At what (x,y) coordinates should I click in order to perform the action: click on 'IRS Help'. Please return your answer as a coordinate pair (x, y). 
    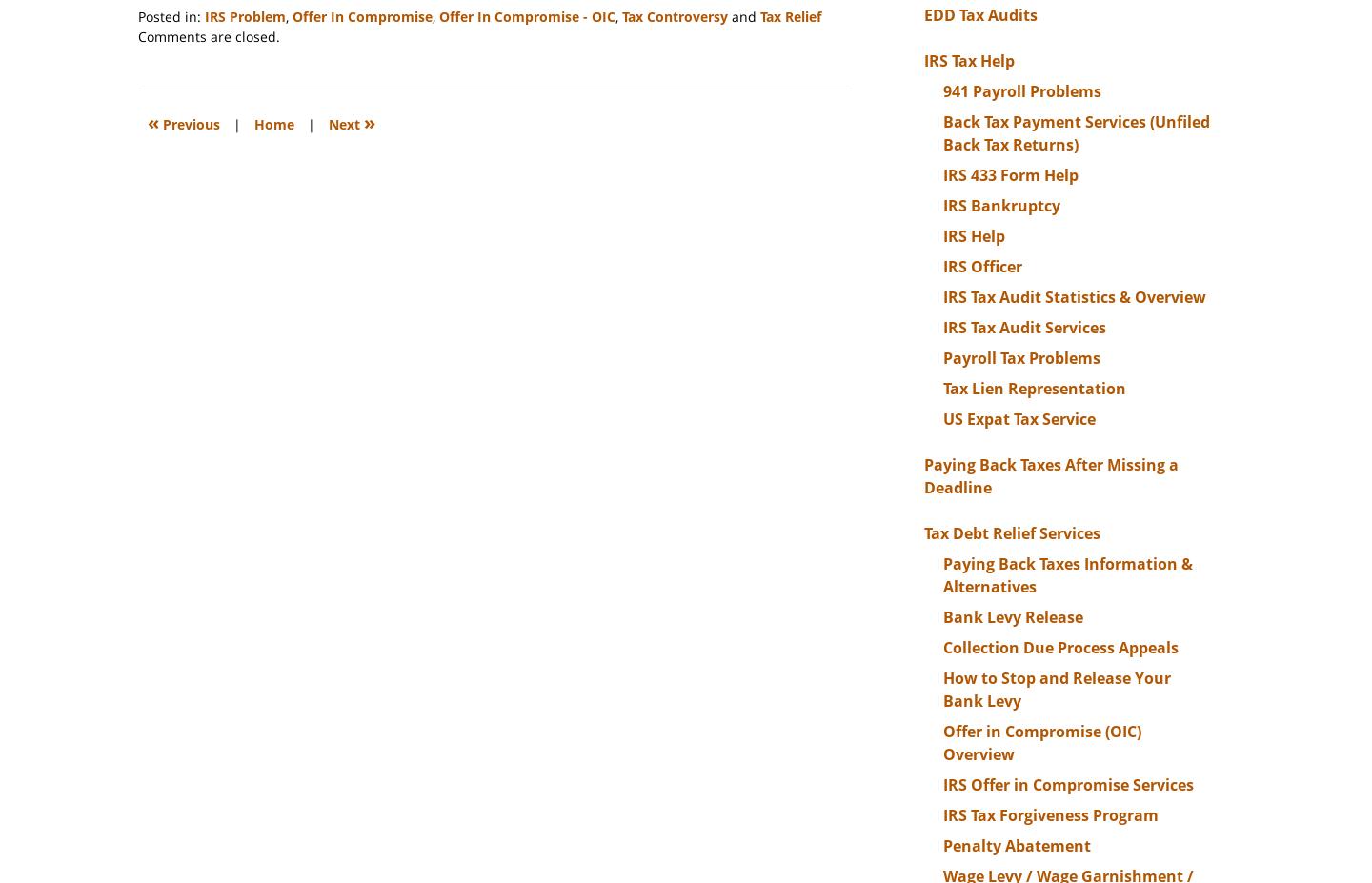
    Looking at the image, I should click on (942, 235).